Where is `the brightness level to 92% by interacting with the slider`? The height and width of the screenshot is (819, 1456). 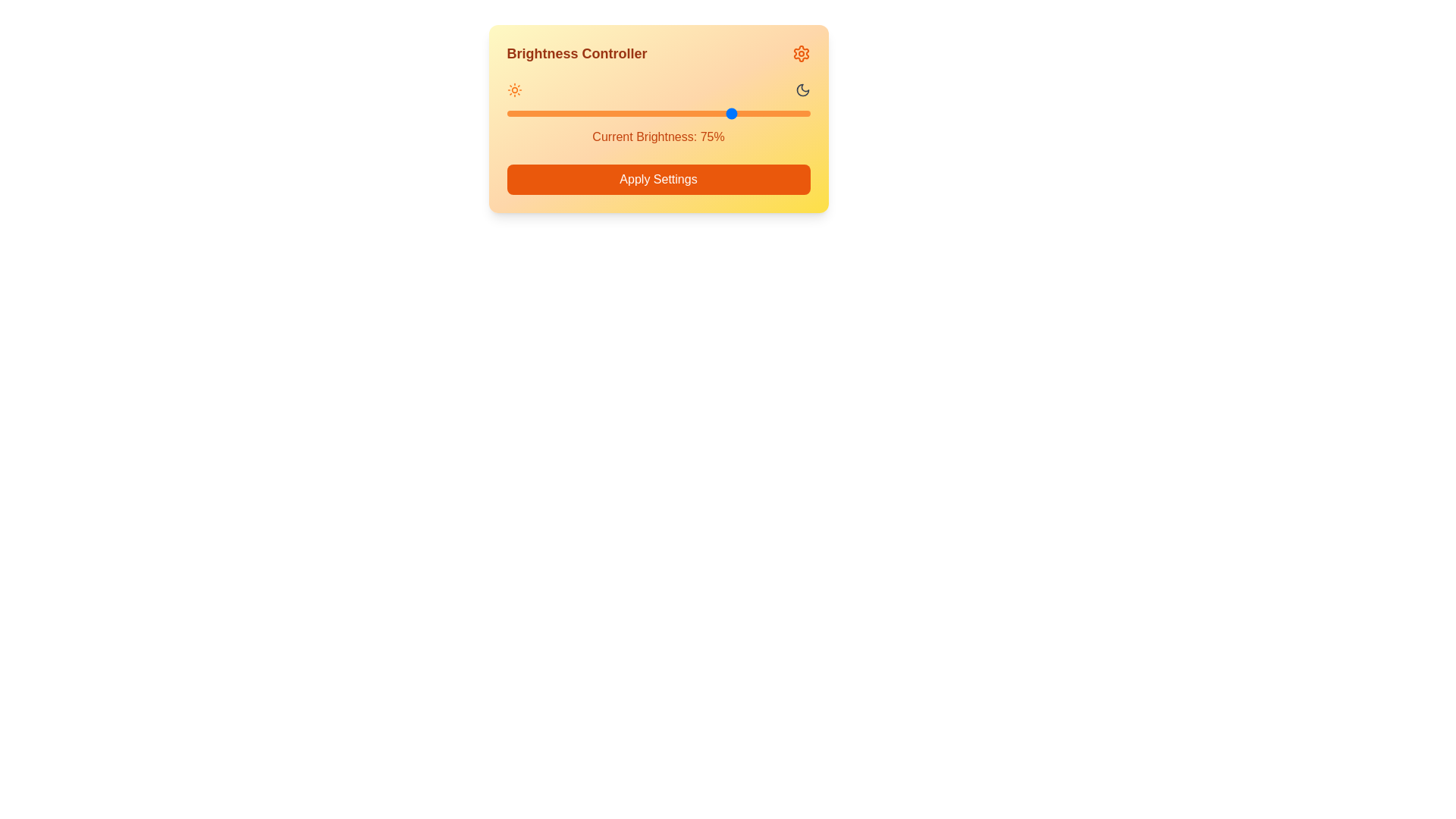 the brightness level to 92% by interacting with the slider is located at coordinates (786, 113).